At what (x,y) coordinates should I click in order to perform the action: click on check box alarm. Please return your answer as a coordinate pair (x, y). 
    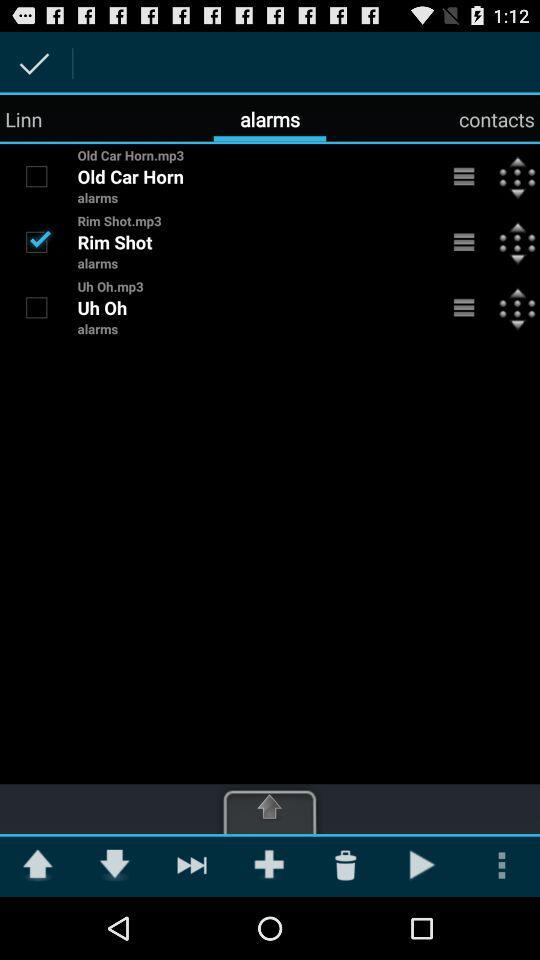
    Looking at the image, I should click on (36, 240).